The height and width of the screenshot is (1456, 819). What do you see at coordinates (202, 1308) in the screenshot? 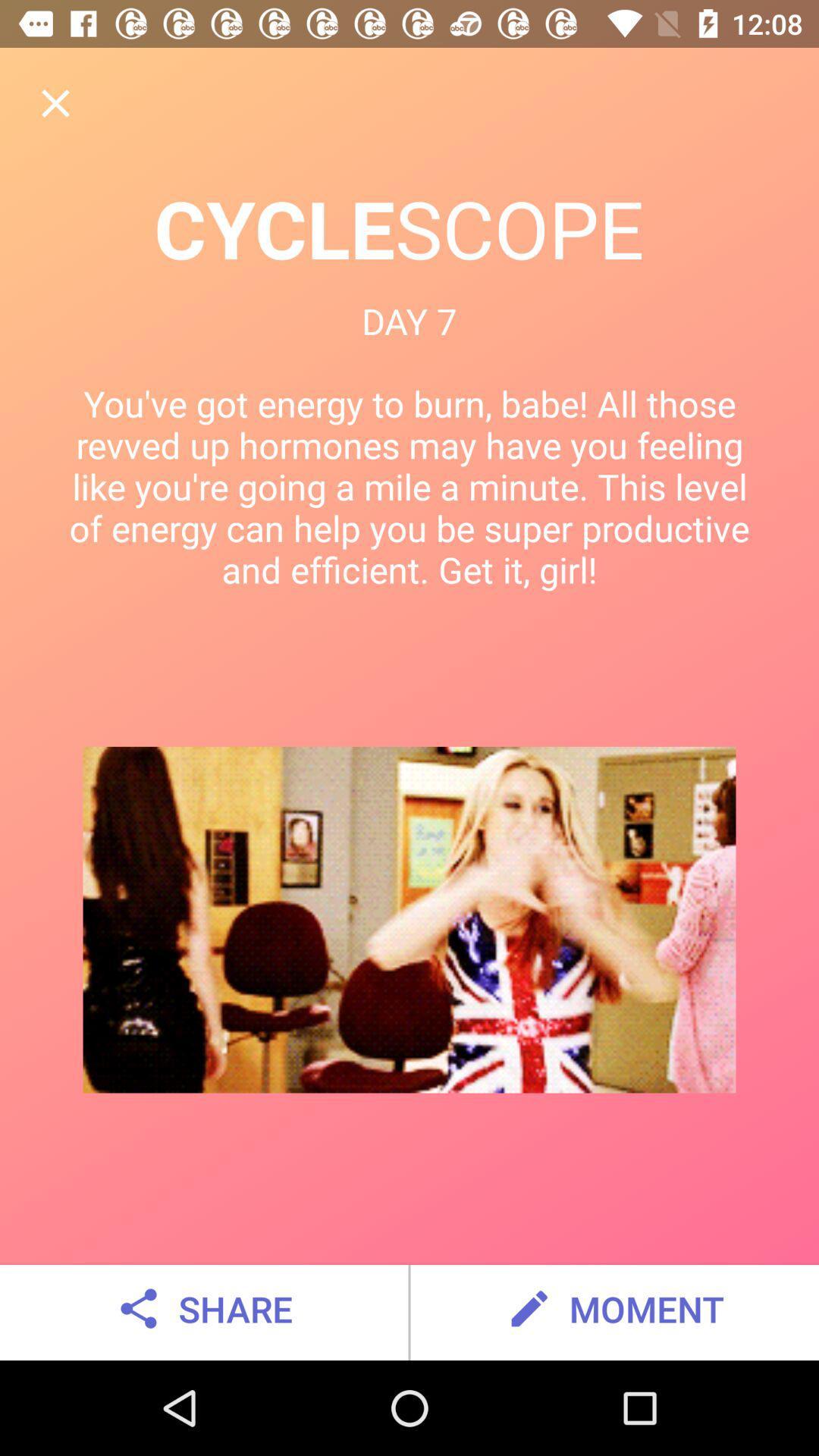
I see `the share` at bounding box center [202, 1308].